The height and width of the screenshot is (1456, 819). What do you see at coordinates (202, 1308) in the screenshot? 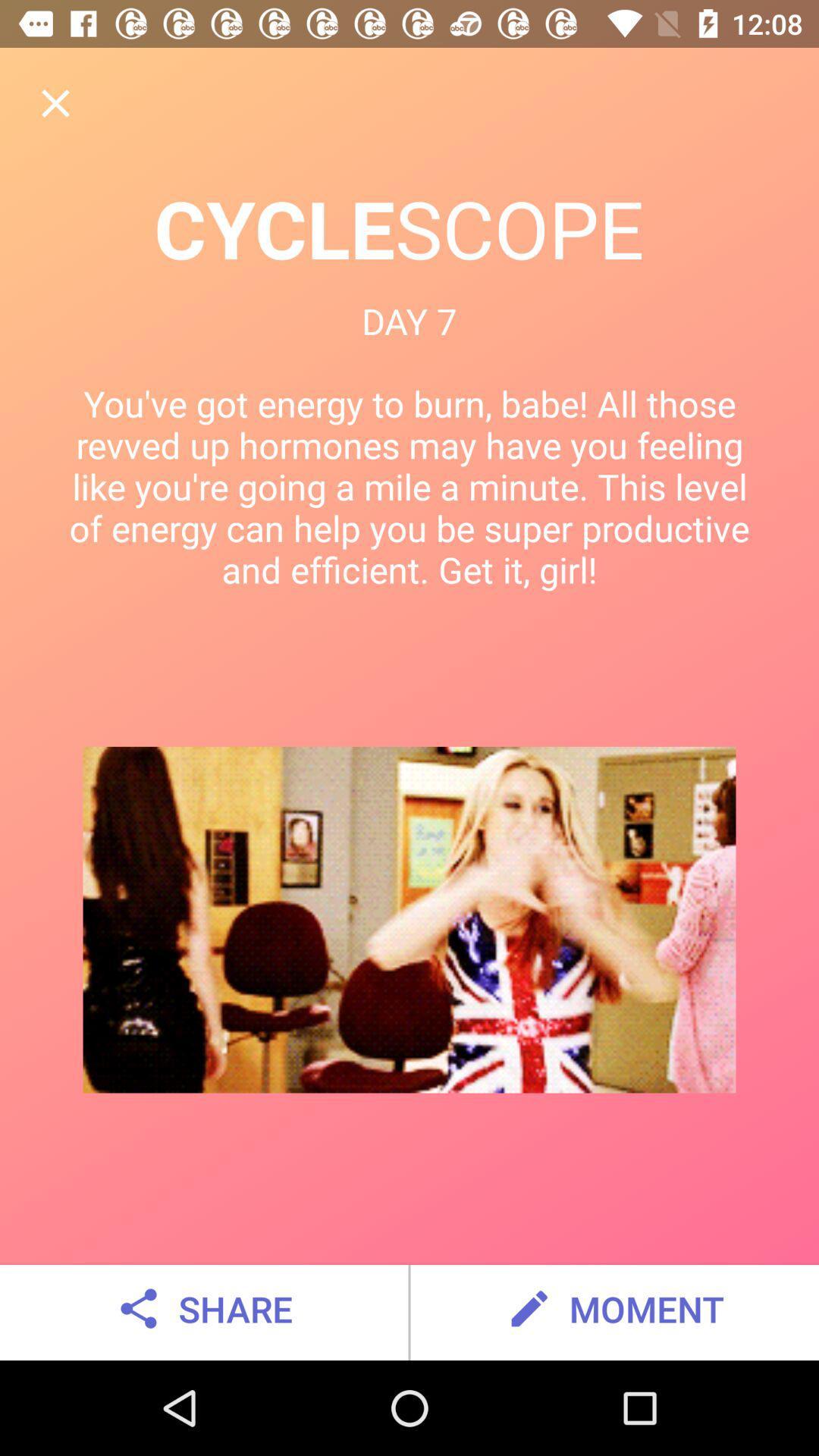
I see `the share` at bounding box center [202, 1308].